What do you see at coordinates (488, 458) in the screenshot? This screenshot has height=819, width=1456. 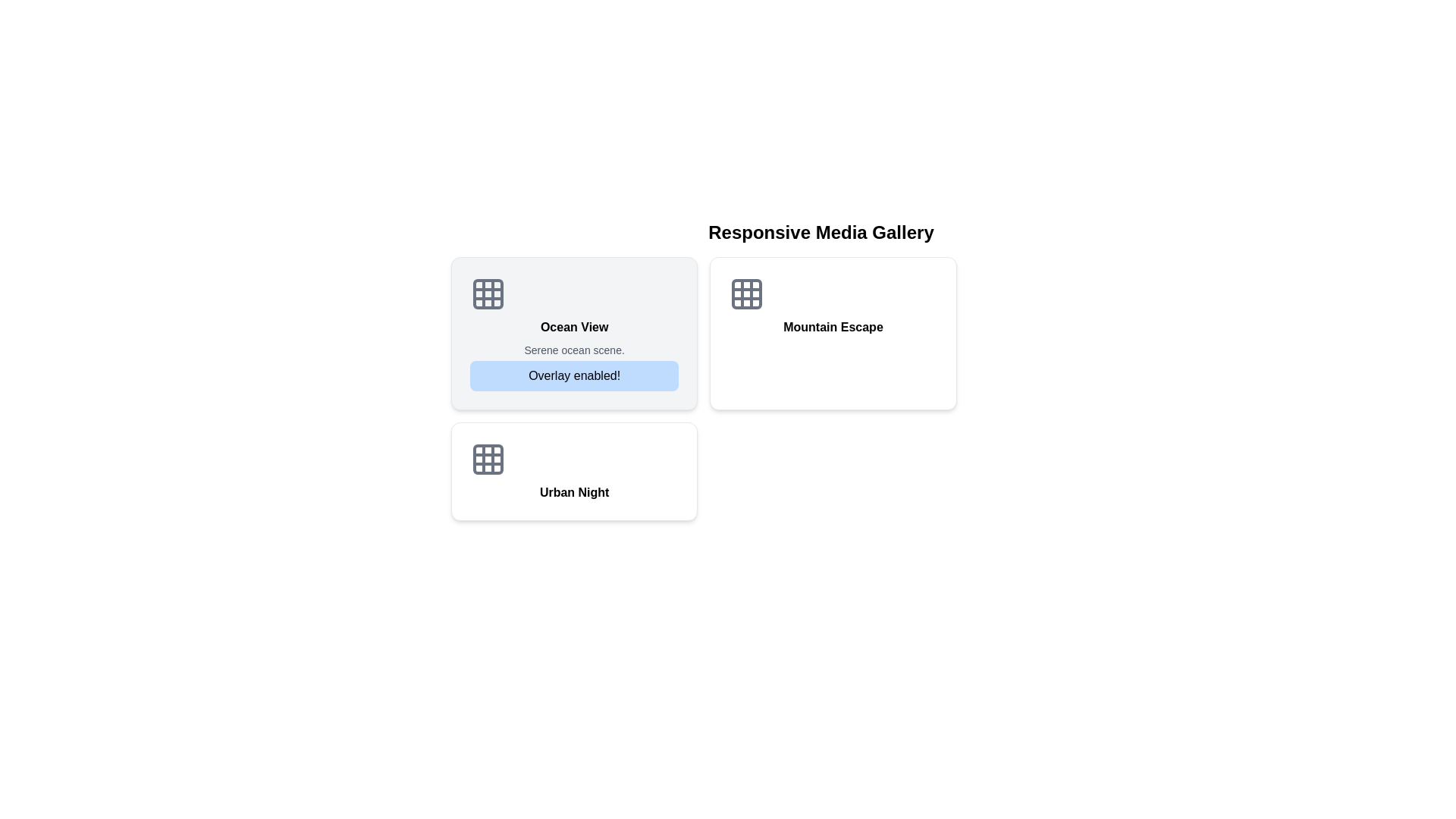 I see `the Icon component located in the center of the 3x3 grid layout within the 'Urban Night' group in the lower-left section of the interface` at bounding box center [488, 458].